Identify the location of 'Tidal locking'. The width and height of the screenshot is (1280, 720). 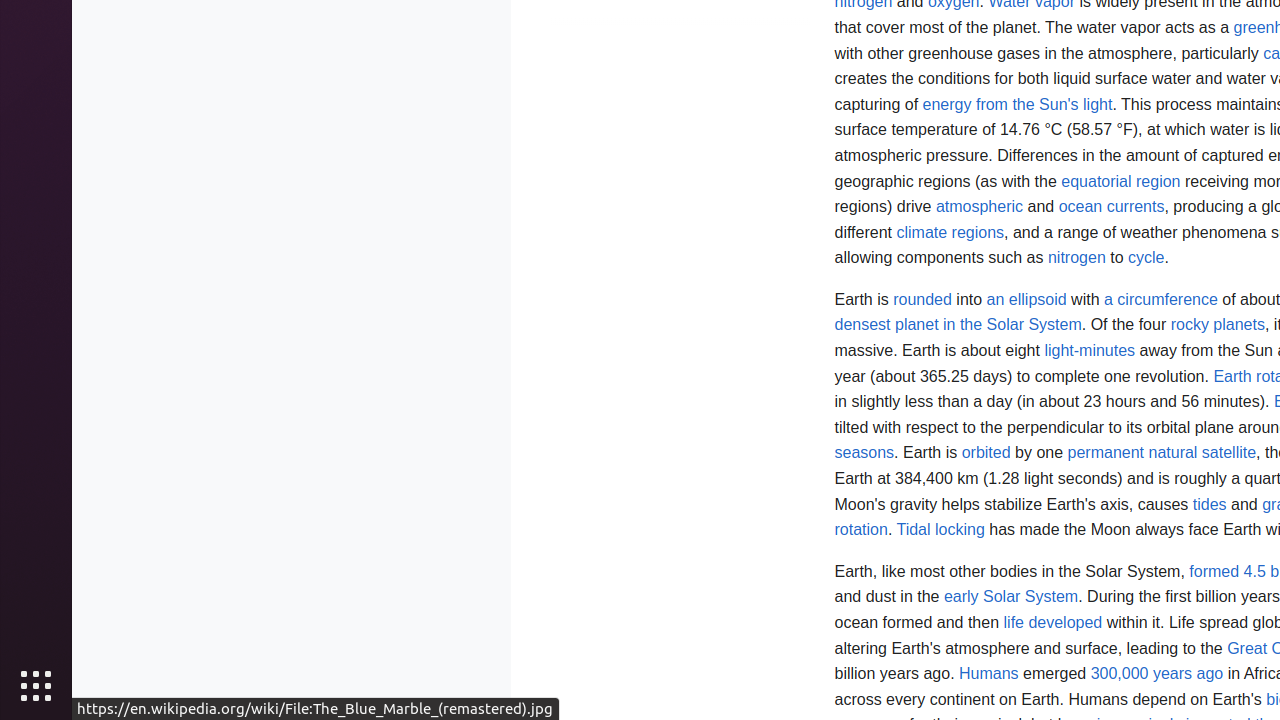
(939, 528).